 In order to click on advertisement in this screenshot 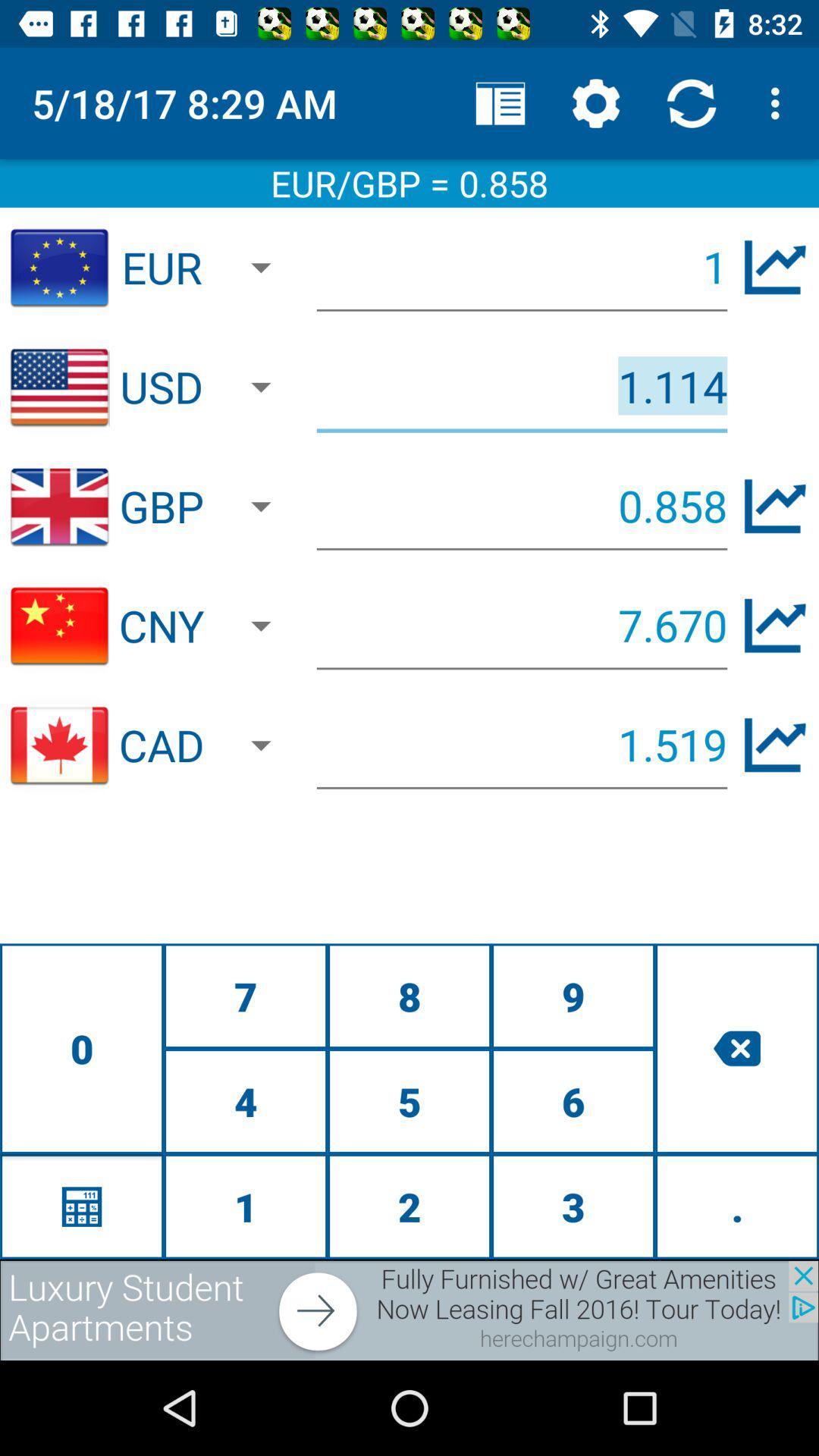, I will do `click(409, 1310)`.